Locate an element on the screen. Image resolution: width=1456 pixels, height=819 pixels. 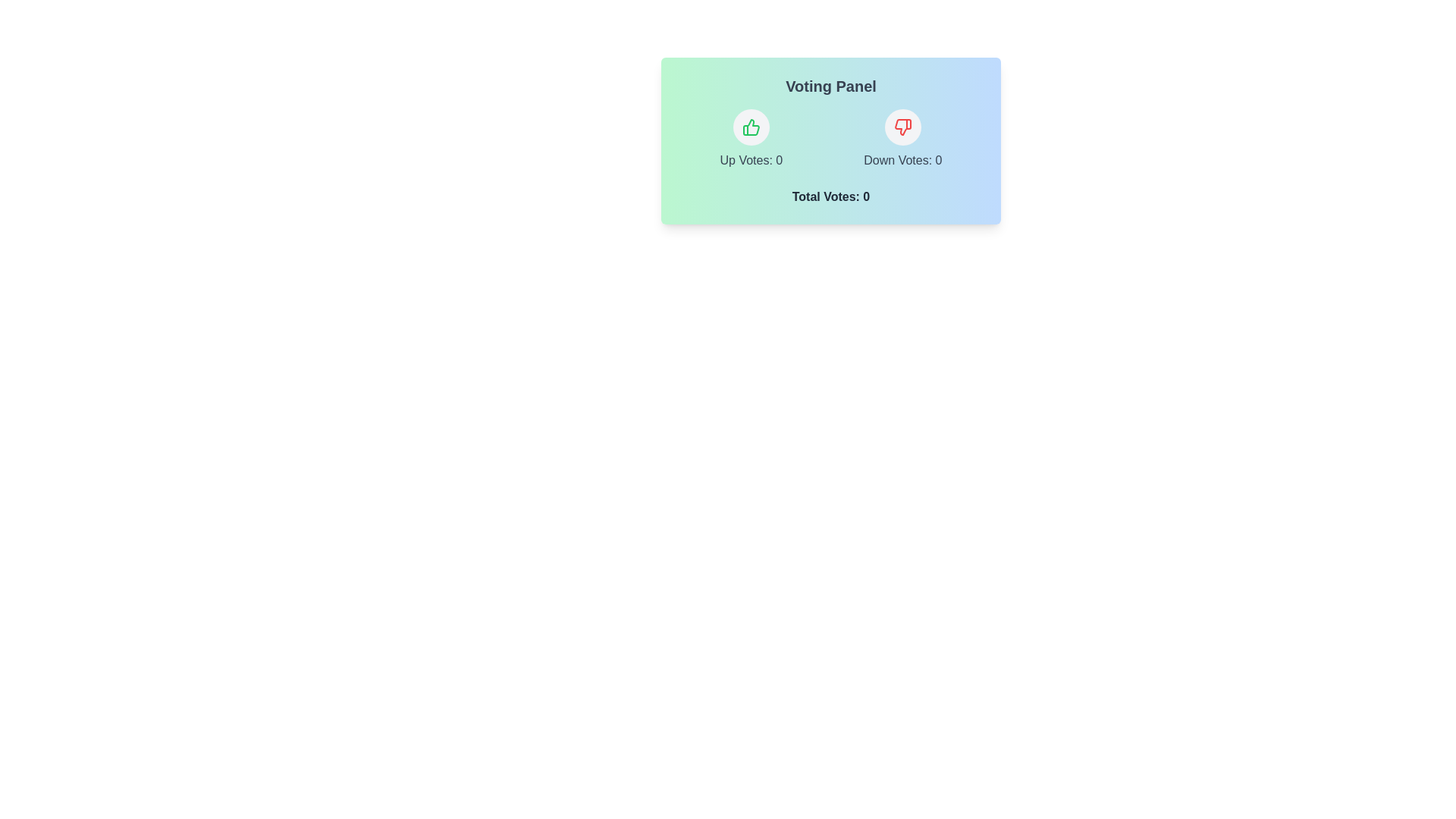
the approval icon button located in the left section of the Voting Panel interface to register an upvote is located at coordinates (751, 127).